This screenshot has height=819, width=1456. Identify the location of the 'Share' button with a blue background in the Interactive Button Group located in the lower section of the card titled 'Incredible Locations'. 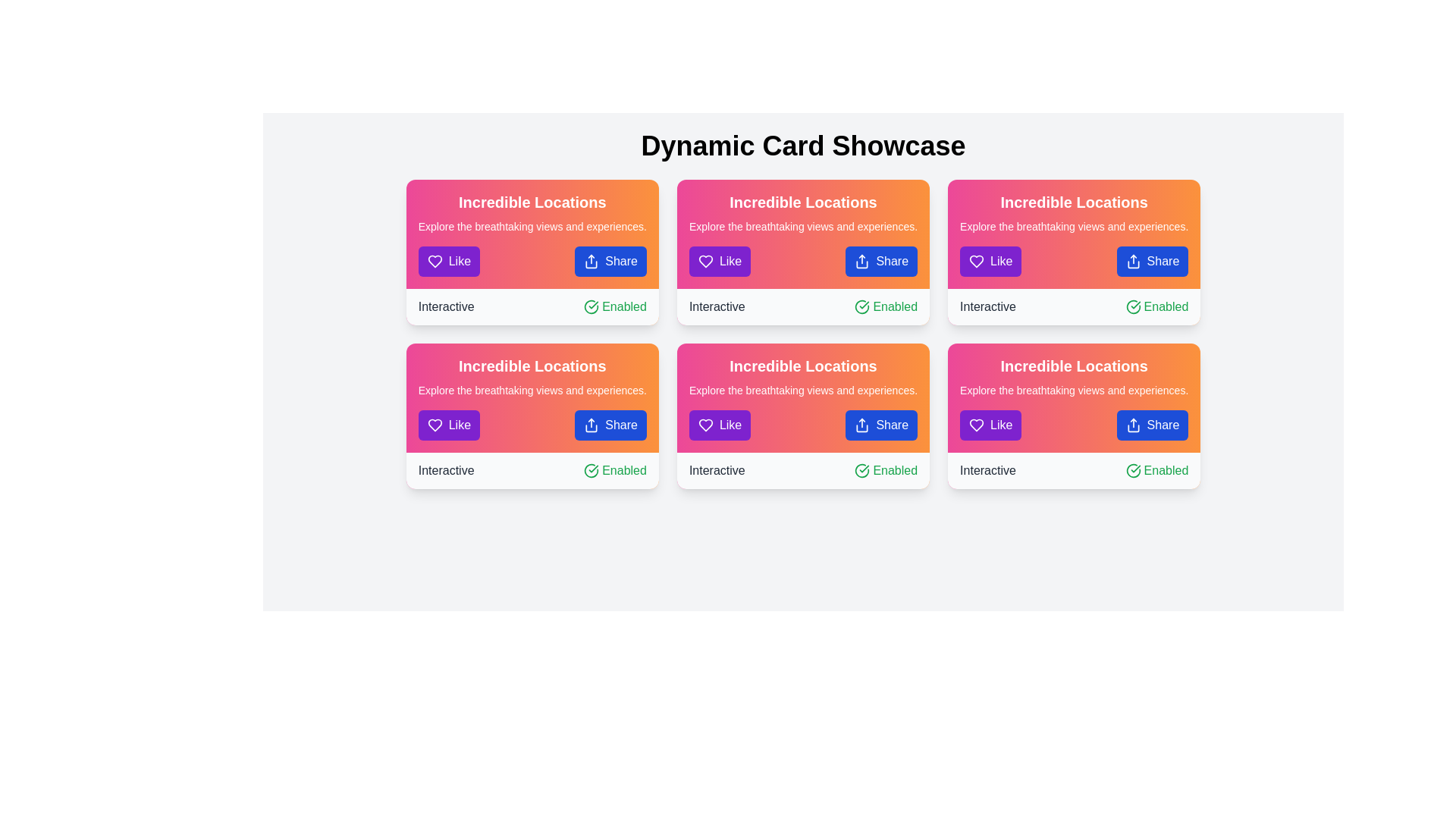
(1073, 425).